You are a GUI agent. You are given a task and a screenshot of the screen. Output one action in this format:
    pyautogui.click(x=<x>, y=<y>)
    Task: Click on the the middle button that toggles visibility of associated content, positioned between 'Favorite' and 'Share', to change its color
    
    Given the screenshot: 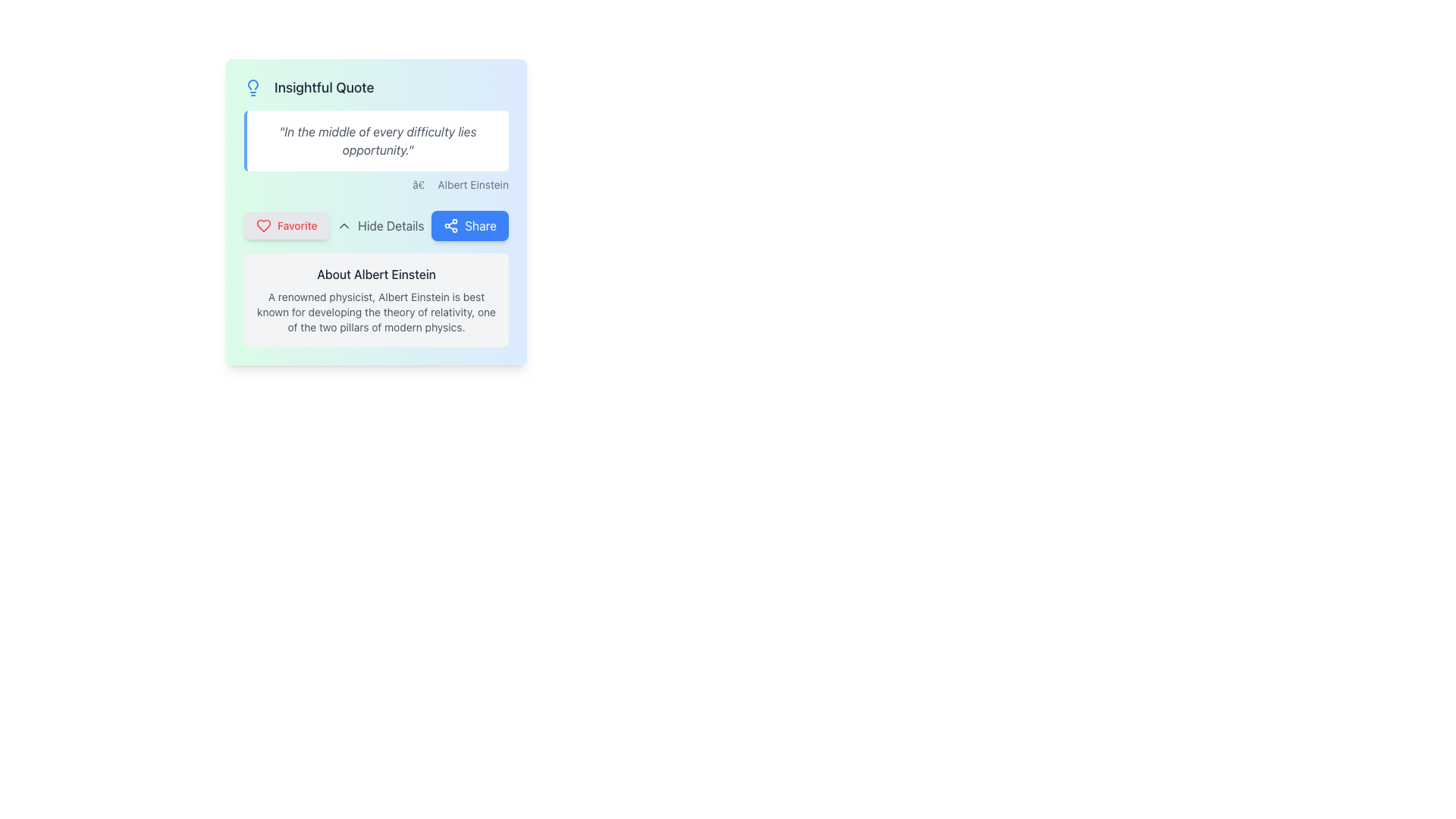 What is the action you would take?
    pyautogui.click(x=380, y=225)
    